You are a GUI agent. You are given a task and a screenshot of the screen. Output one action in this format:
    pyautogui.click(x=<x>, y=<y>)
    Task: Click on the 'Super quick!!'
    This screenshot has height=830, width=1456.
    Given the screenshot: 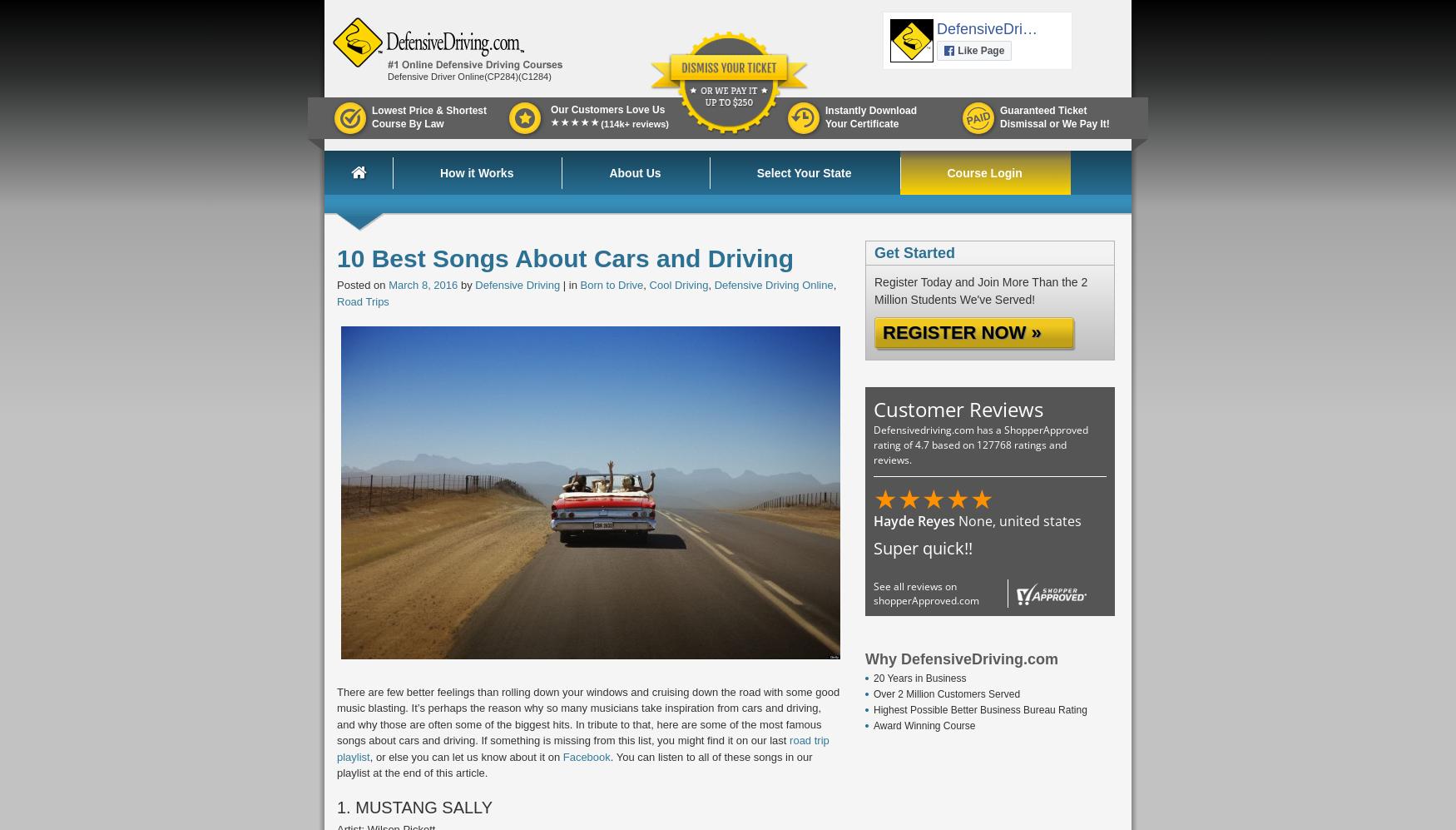 What is the action you would take?
    pyautogui.click(x=923, y=548)
    